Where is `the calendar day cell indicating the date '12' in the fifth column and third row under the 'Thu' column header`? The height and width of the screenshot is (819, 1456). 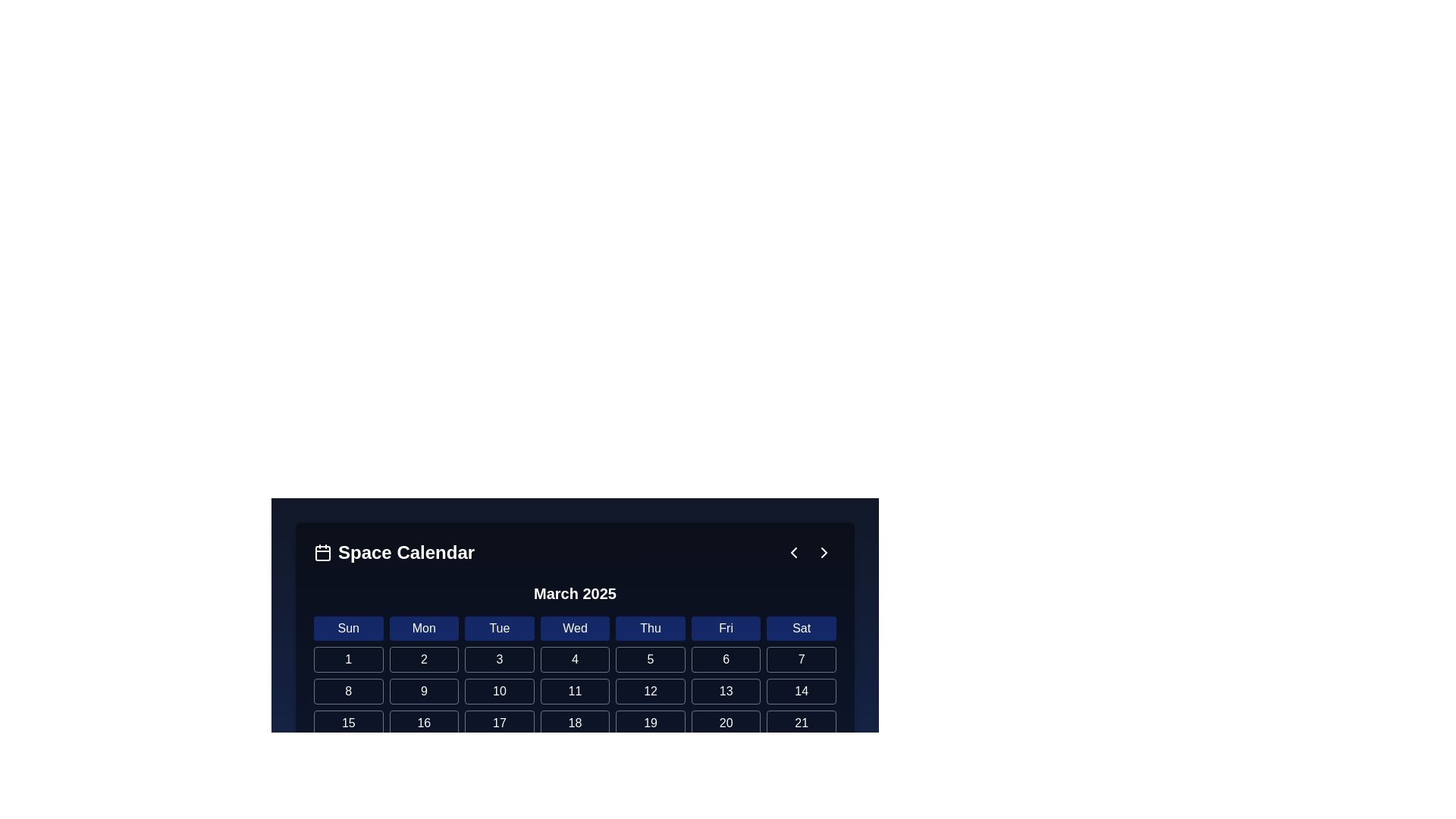
the calendar day cell indicating the date '12' in the fifth column and third row under the 'Thu' column header is located at coordinates (651, 691).